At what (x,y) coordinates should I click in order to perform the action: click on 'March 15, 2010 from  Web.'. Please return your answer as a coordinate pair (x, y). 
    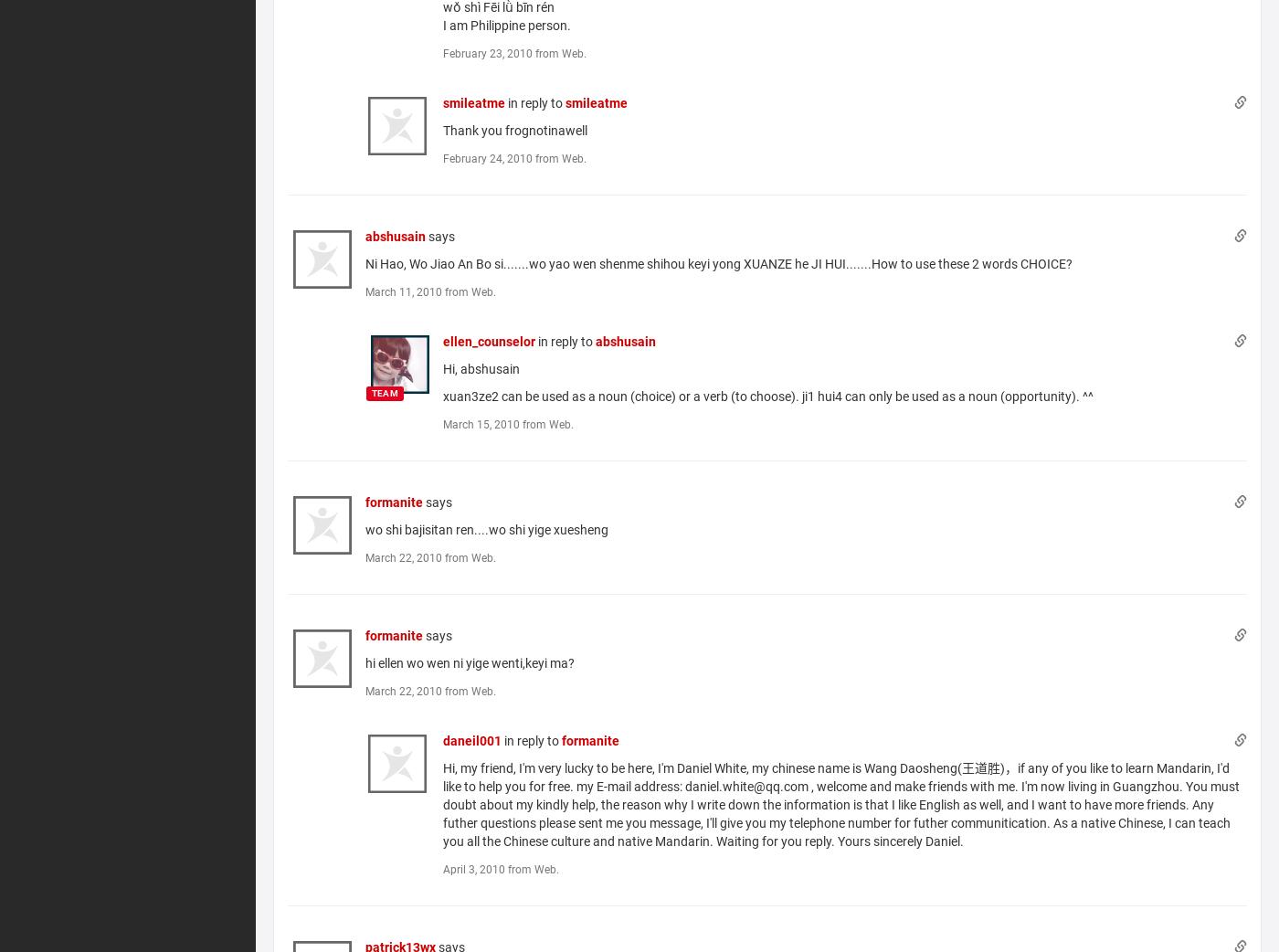
    Looking at the image, I should click on (508, 424).